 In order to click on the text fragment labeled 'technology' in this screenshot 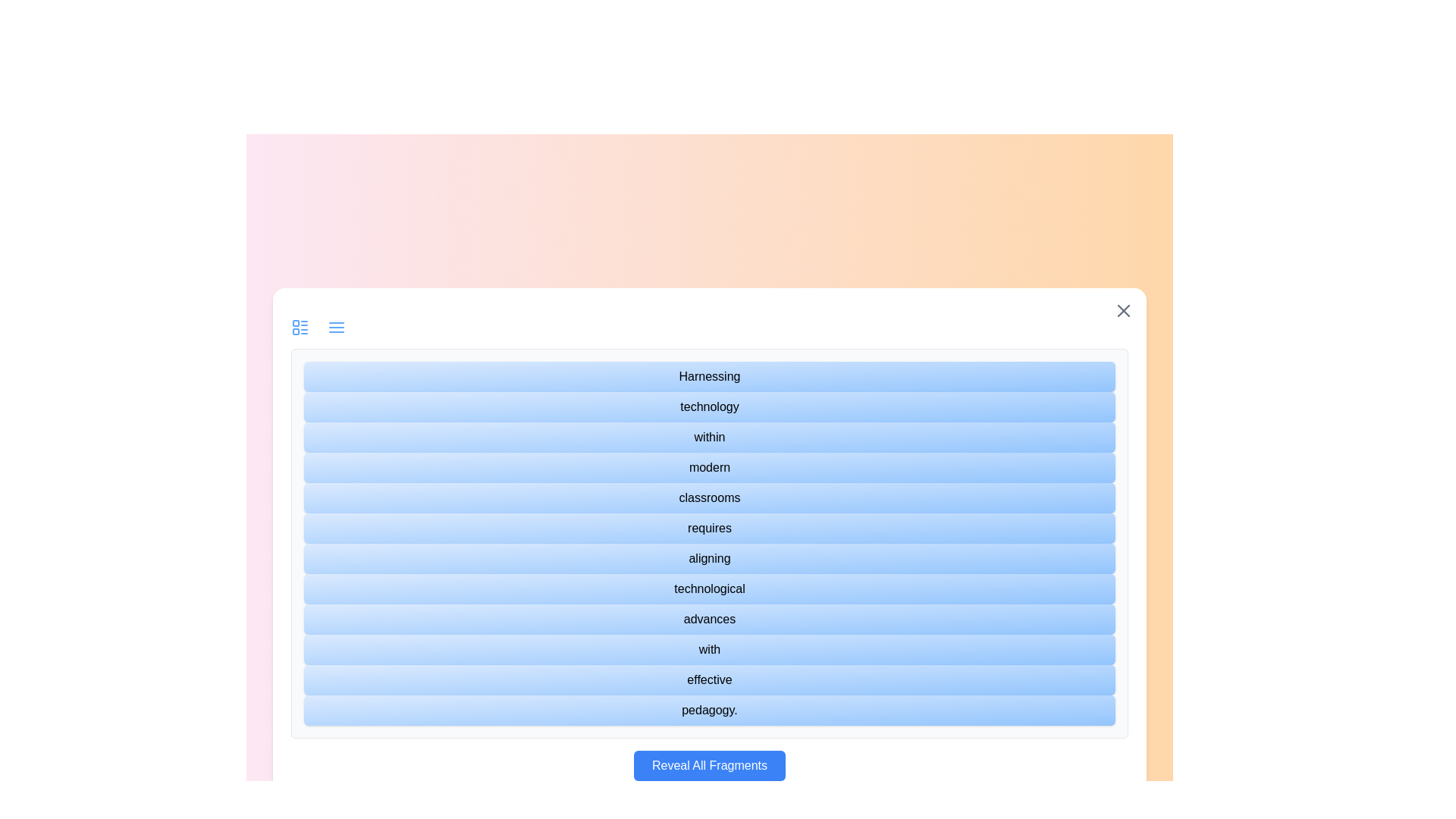, I will do `click(709, 406)`.